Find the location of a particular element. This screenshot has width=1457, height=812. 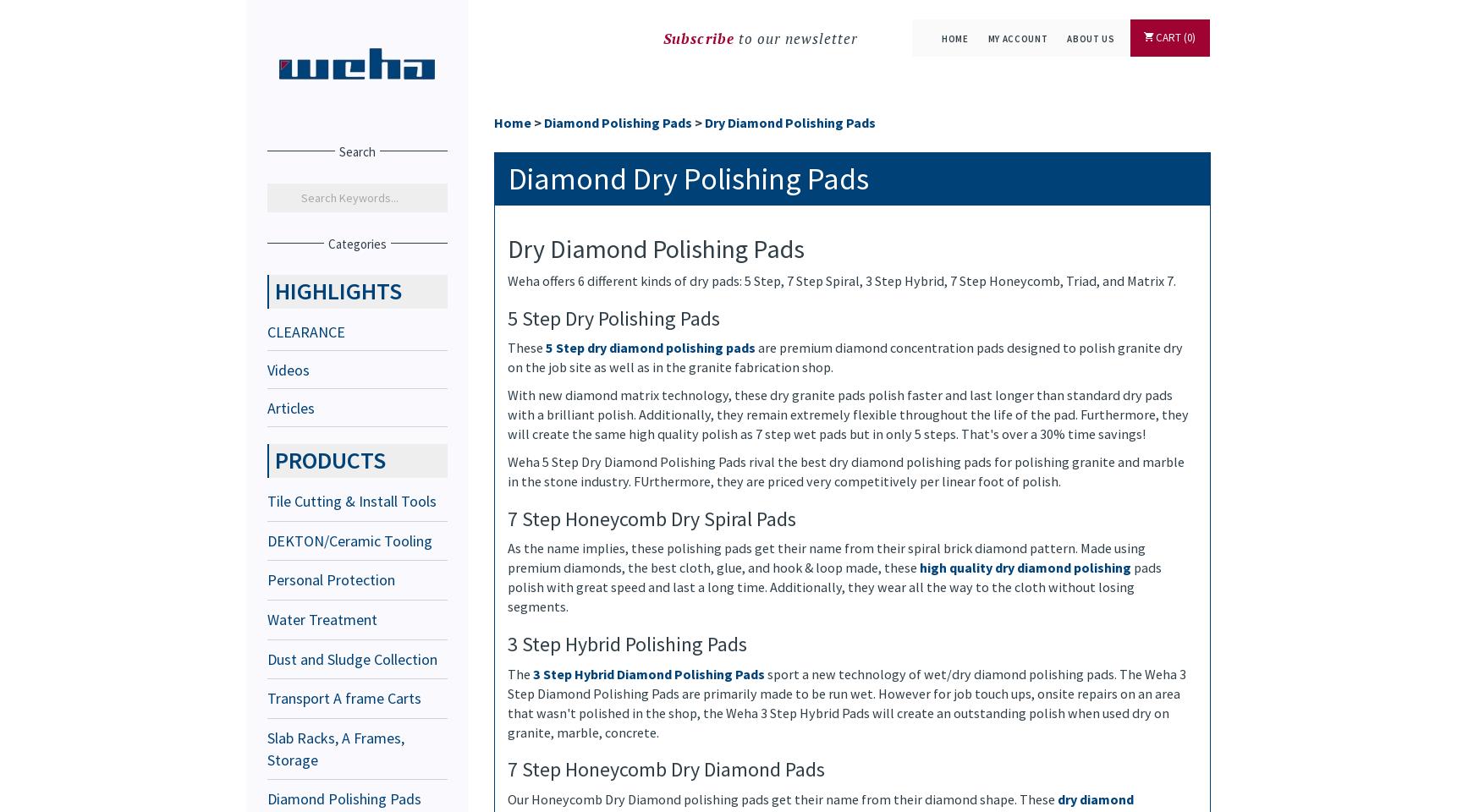

'DEKTON/Ceramic Tooling' is located at coordinates (349, 539).